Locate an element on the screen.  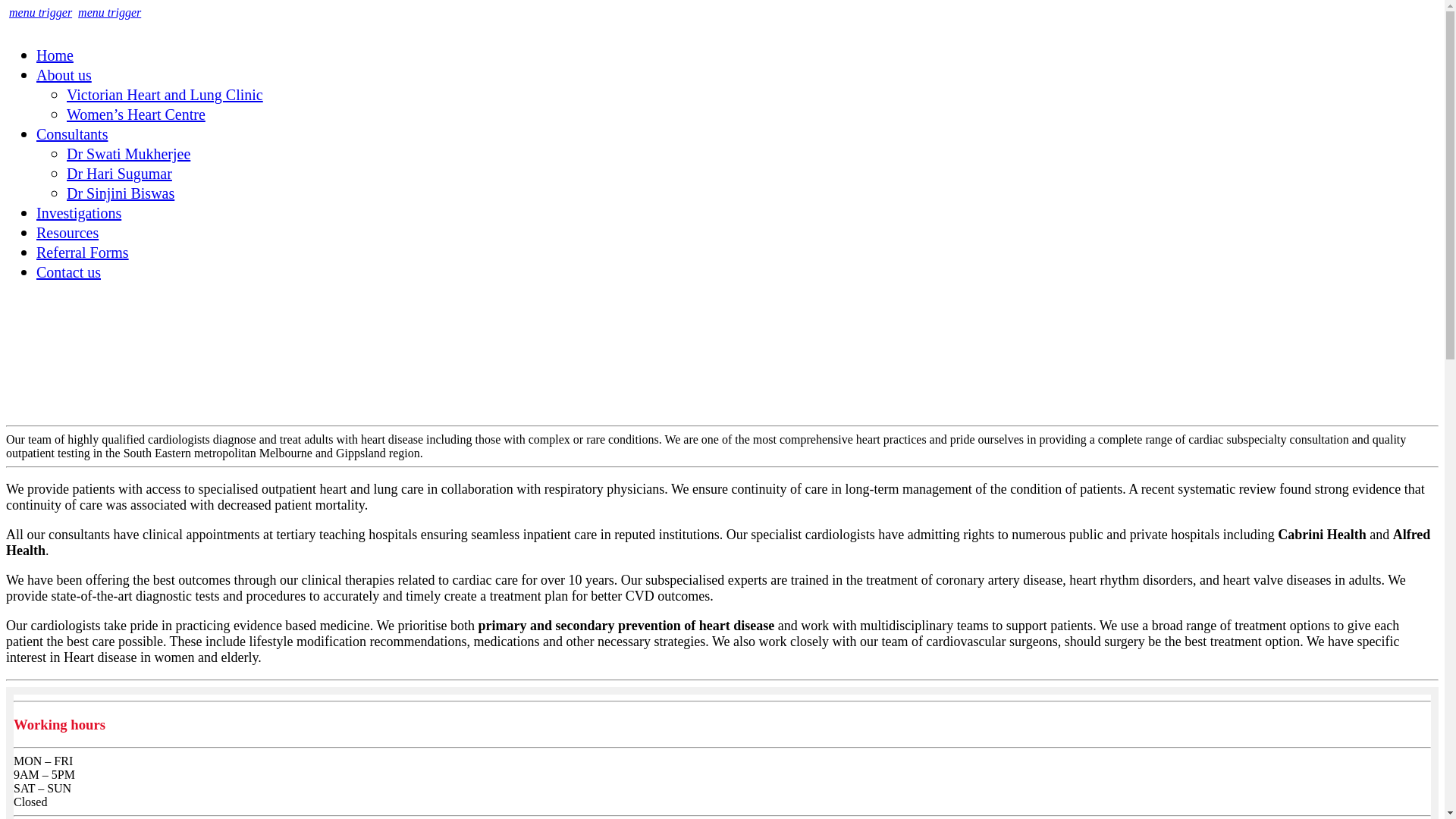
'menu trigger' is located at coordinates (108, 12).